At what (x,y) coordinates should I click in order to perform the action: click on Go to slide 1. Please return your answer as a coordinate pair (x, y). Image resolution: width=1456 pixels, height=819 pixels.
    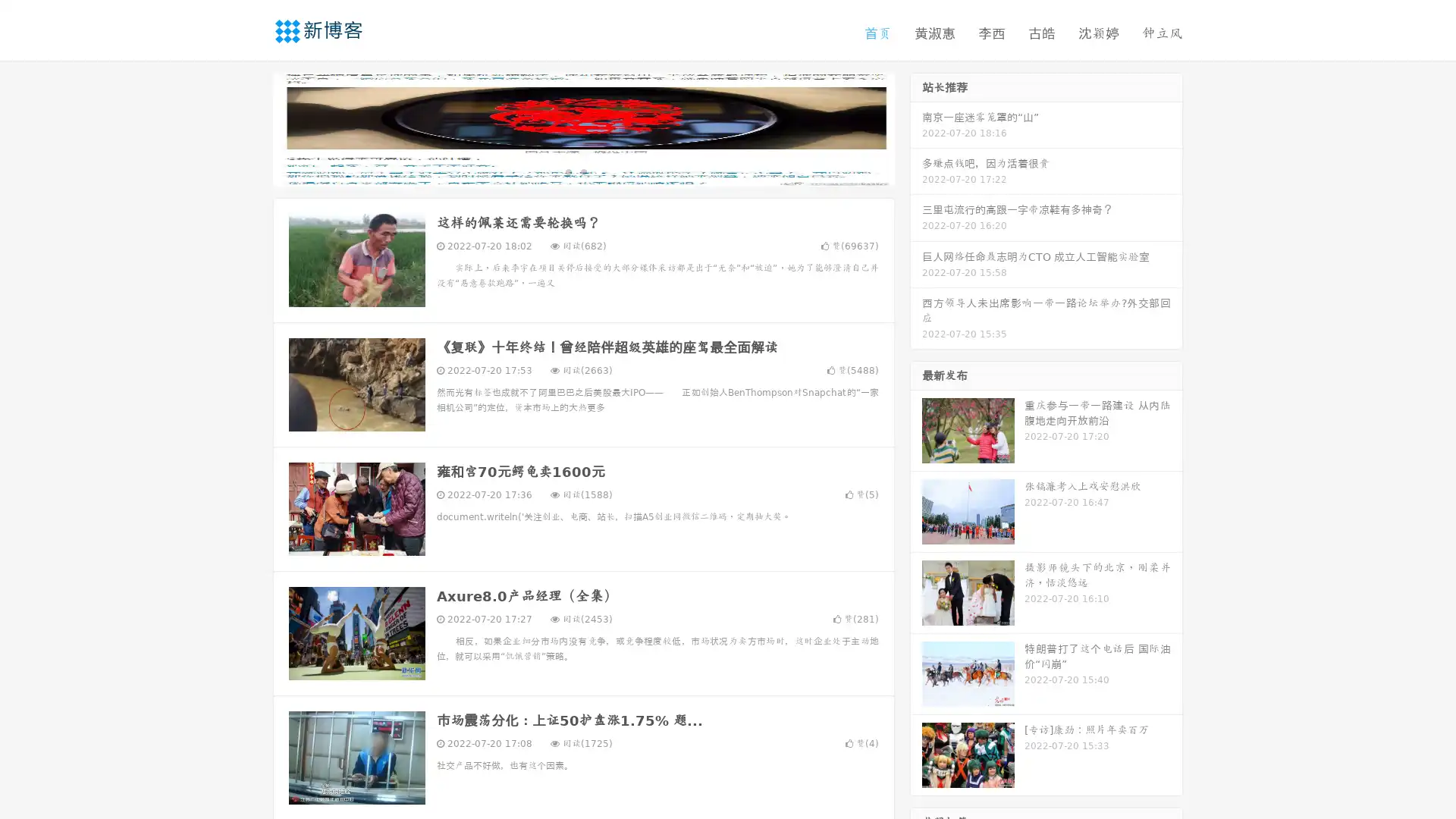
    Looking at the image, I should click on (567, 171).